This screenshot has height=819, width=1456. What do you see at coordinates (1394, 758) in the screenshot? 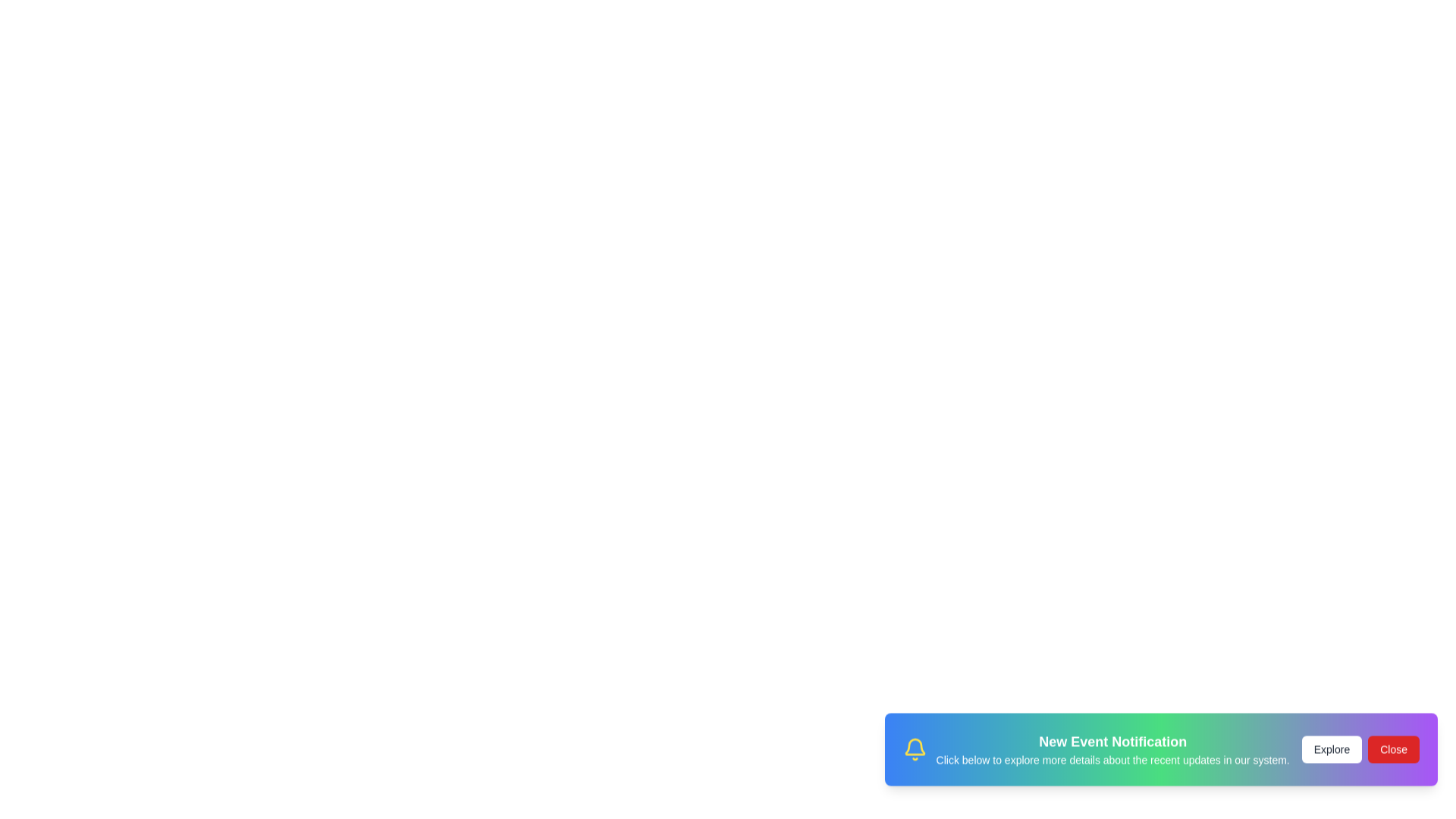
I see `the 'Close' button to hide the snackbar` at bounding box center [1394, 758].